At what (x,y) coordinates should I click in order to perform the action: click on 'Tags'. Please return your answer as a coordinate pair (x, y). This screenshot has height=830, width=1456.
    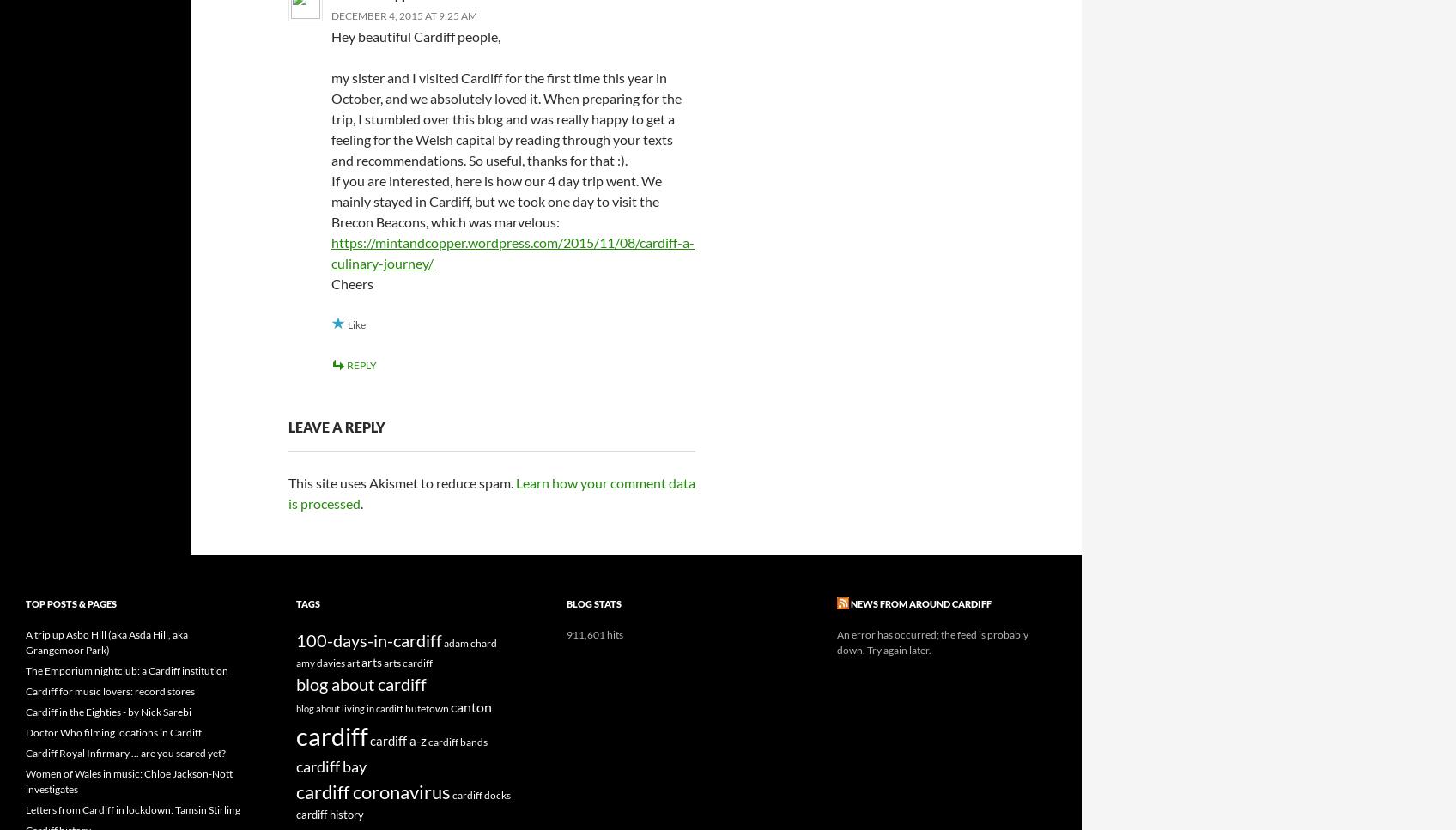
    Looking at the image, I should click on (307, 603).